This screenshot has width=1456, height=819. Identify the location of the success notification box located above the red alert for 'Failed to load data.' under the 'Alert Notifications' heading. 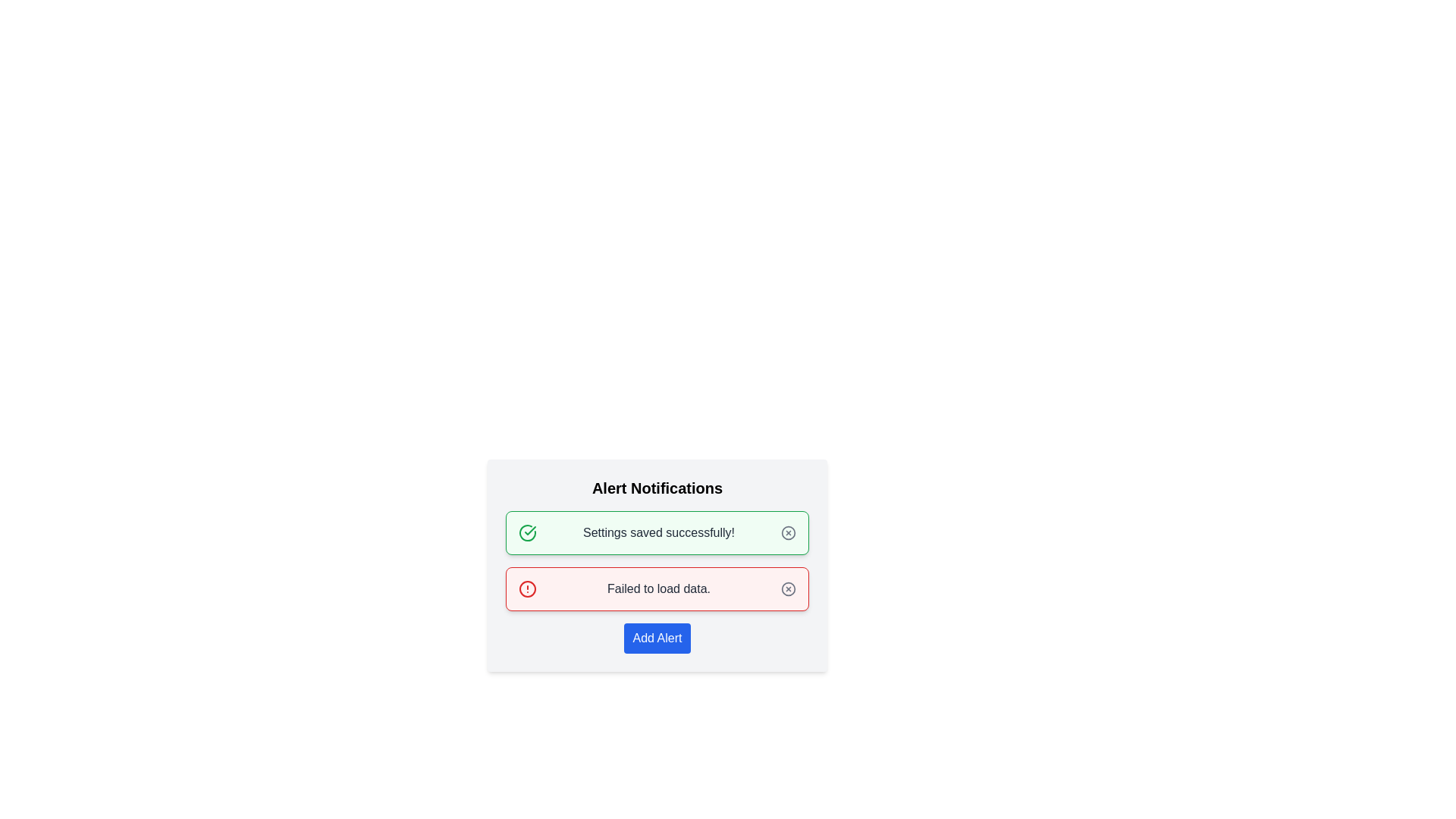
(657, 532).